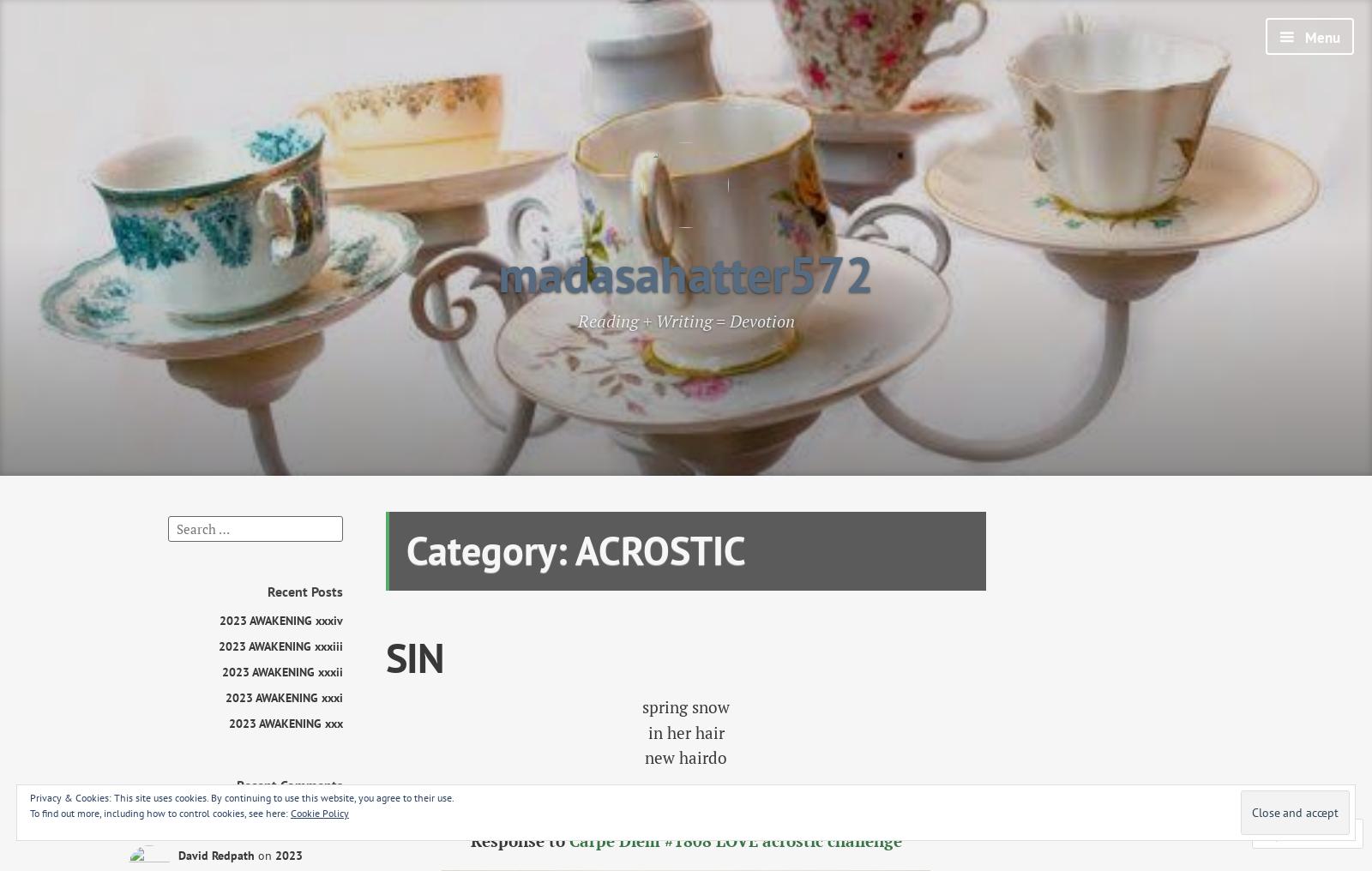  I want to click on 'To find out more, including how to control cookies, see here:', so click(159, 812).